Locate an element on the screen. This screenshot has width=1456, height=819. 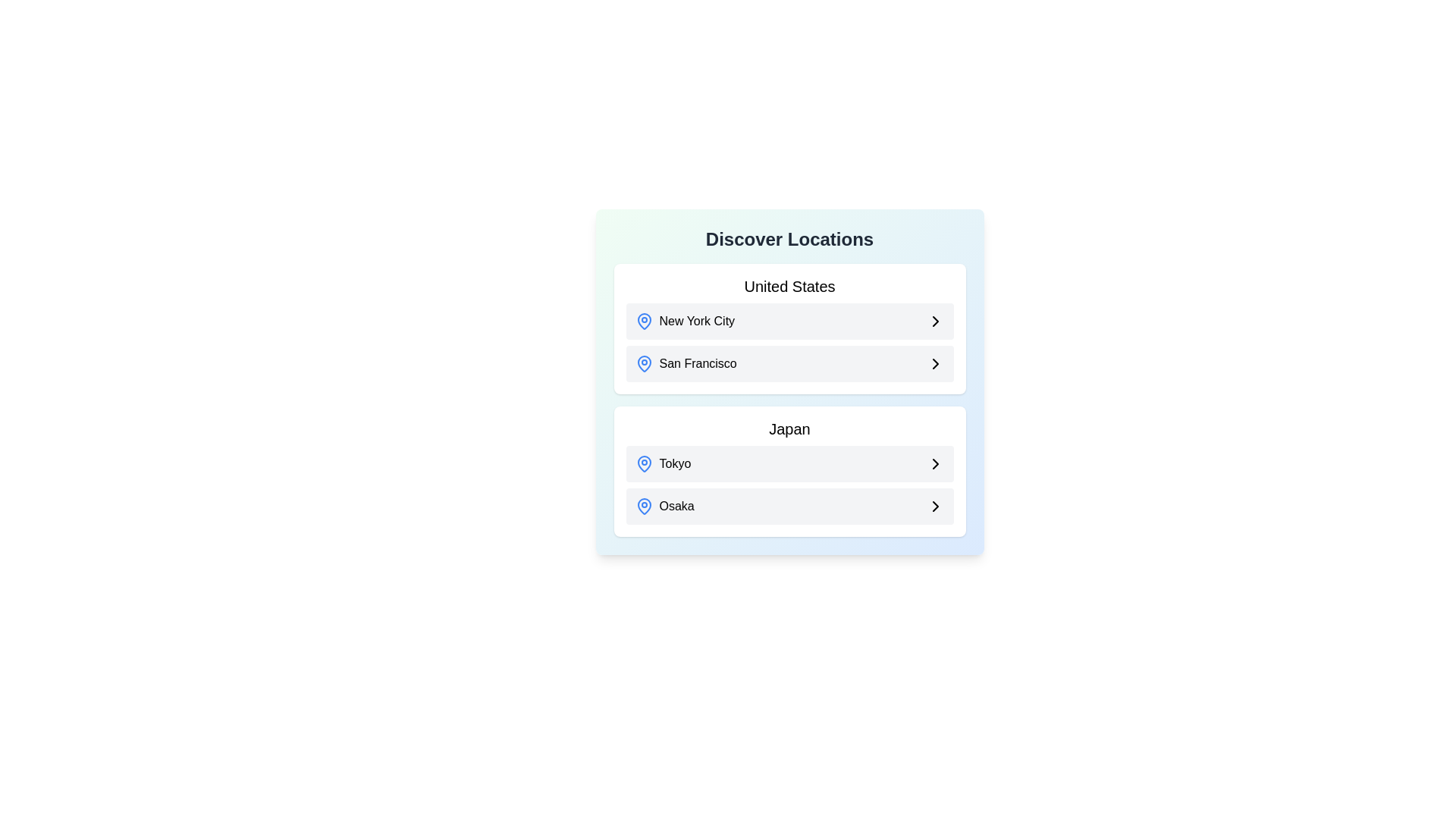
the right-pointing chevron arrow icon associated with the 'San Francisco' list item is located at coordinates (934, 363).